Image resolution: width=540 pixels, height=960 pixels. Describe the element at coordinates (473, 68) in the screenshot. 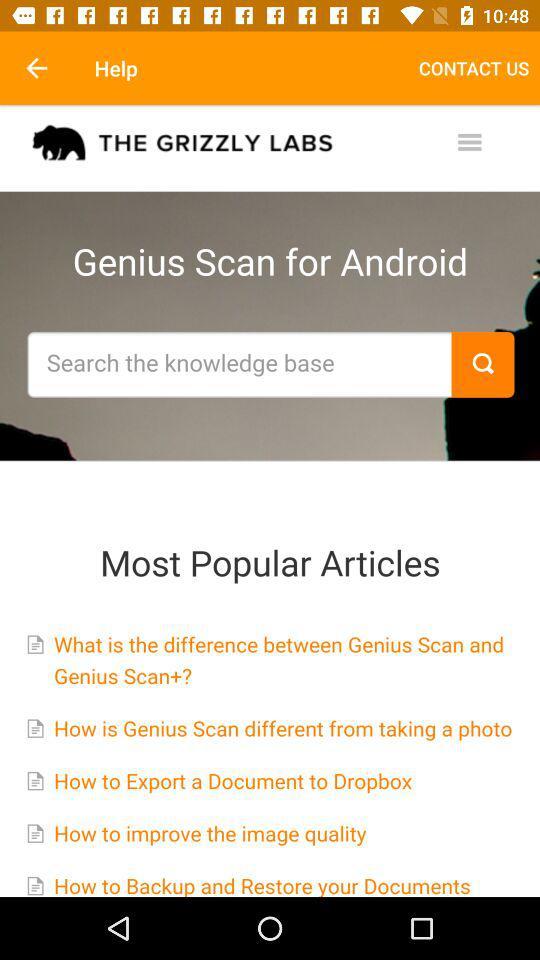

I see `the item next to the help icon` at that location.